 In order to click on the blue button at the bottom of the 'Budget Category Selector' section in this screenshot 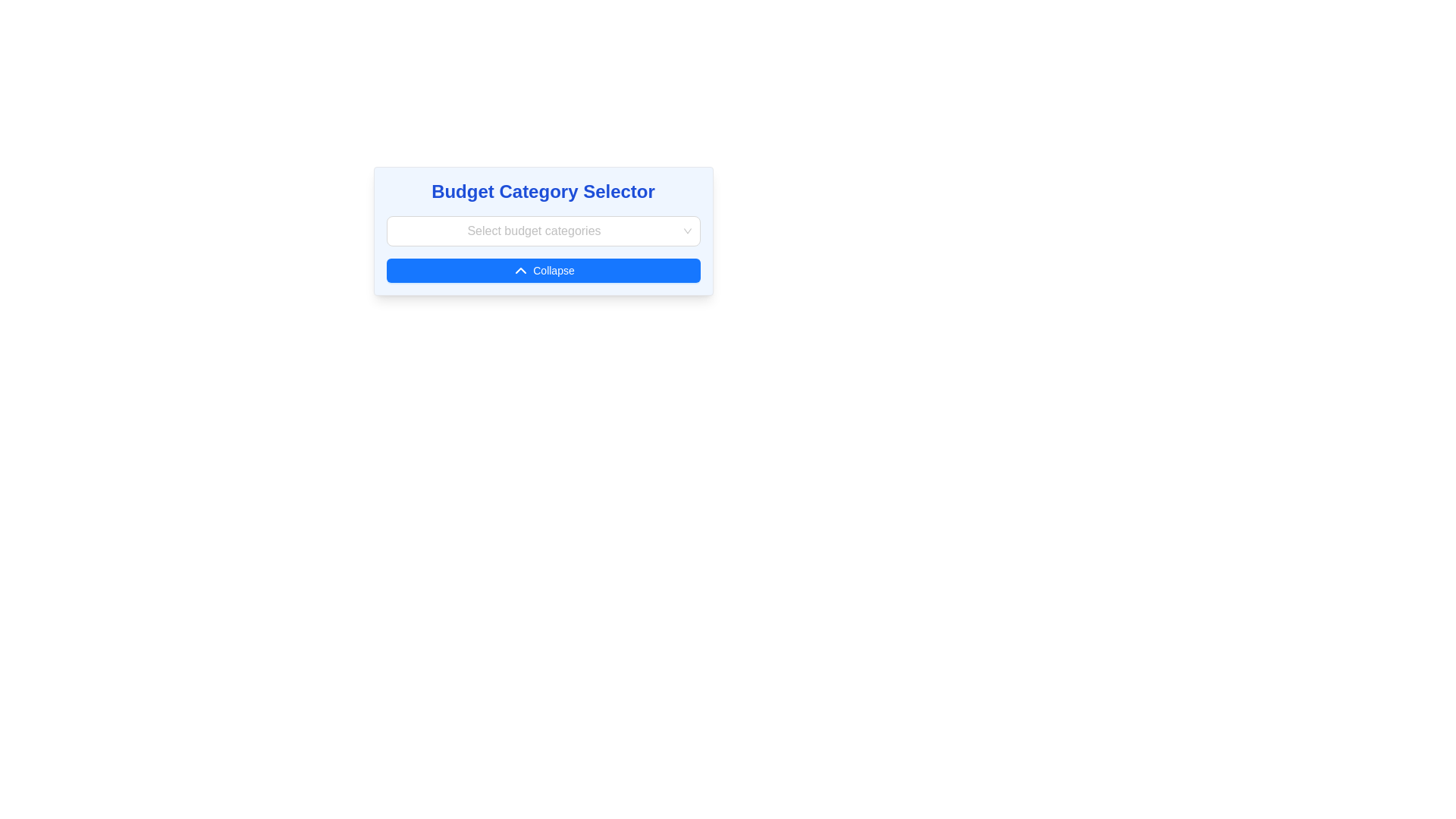, I will do `click(543, 270)`.